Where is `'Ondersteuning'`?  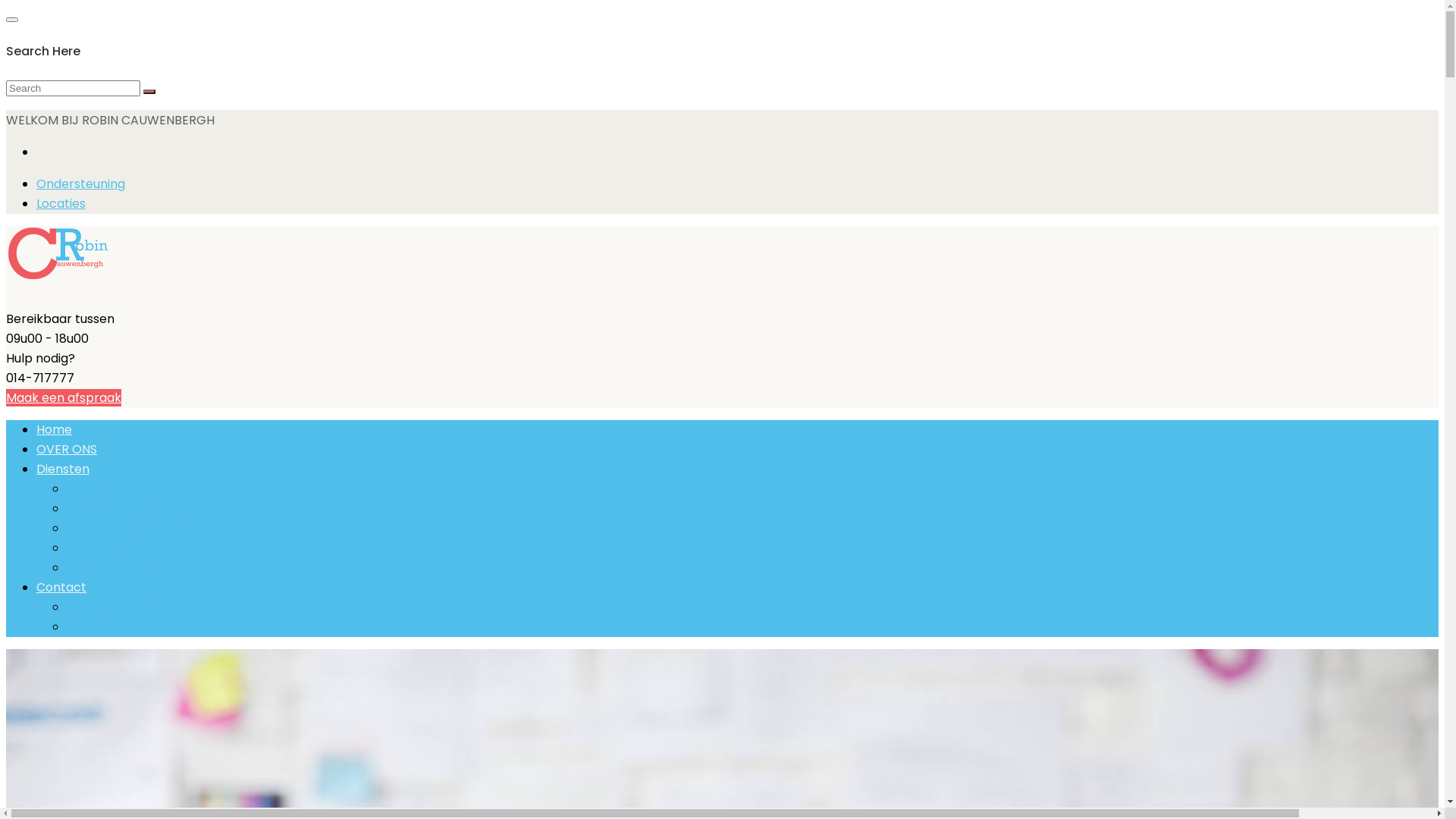 'Ondersteuning' is located at coordinates (80, 183).